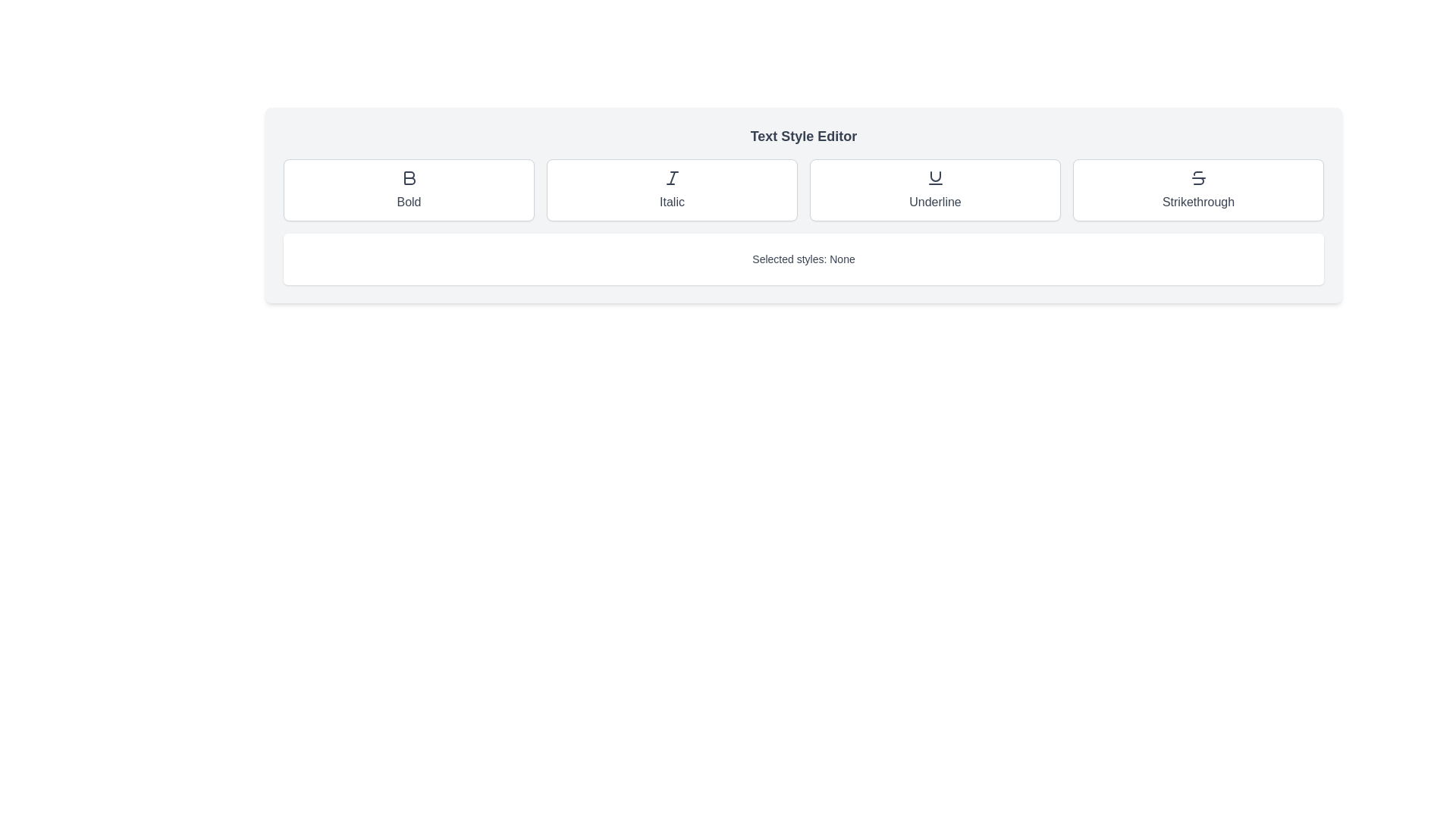 This screenshot has width=1456, height=819. What do you see at coordinates (1197, 201) in the screenshot?
I see `text content of the 'Strikethrough' label, which is a medium-sized font text located at the bottom section of a button, positioned to the right of the 'Underline' button` at bounding box center [1197, 201].